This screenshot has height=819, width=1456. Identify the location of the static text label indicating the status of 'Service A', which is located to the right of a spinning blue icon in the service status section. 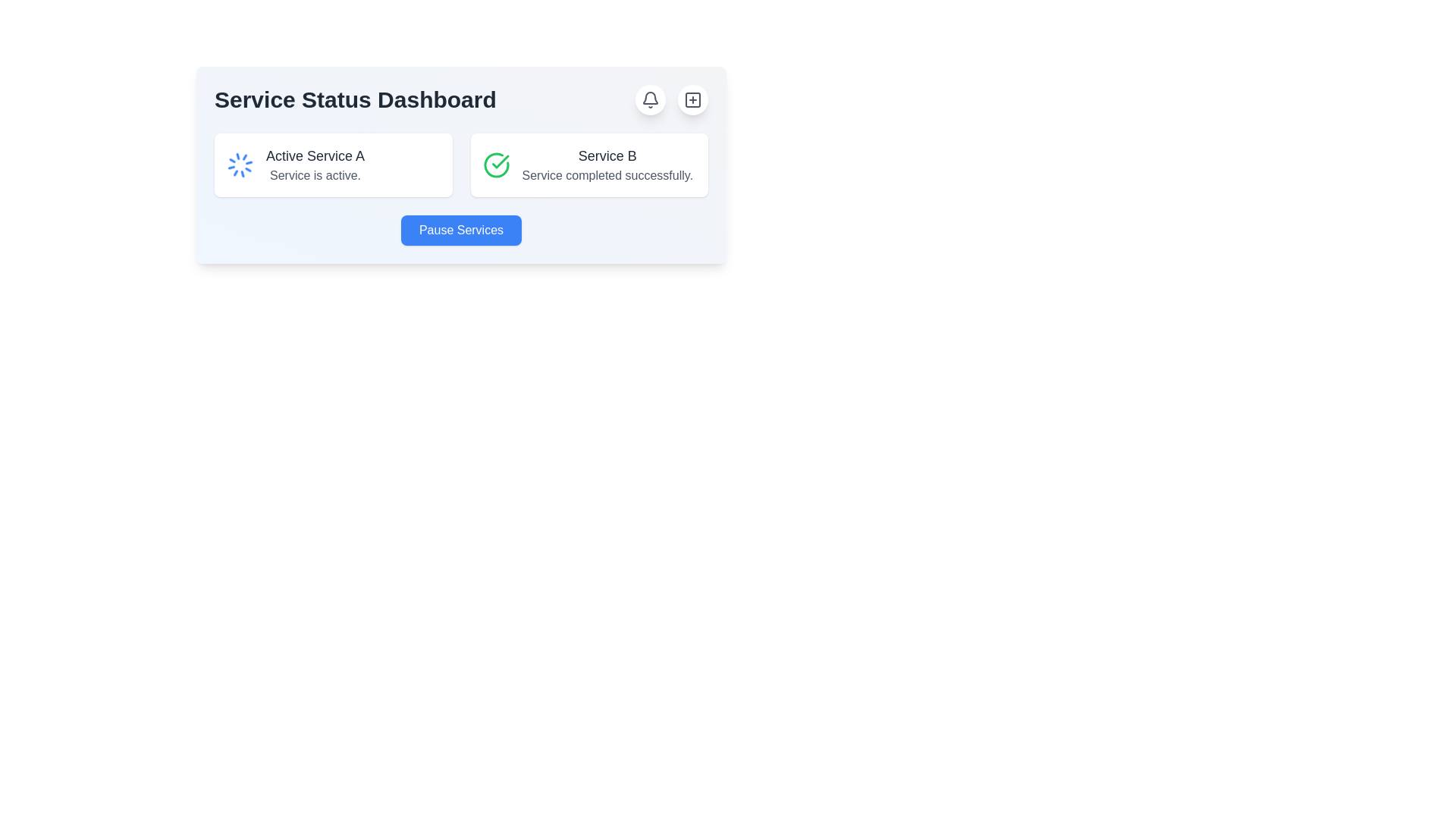
(315, 165).